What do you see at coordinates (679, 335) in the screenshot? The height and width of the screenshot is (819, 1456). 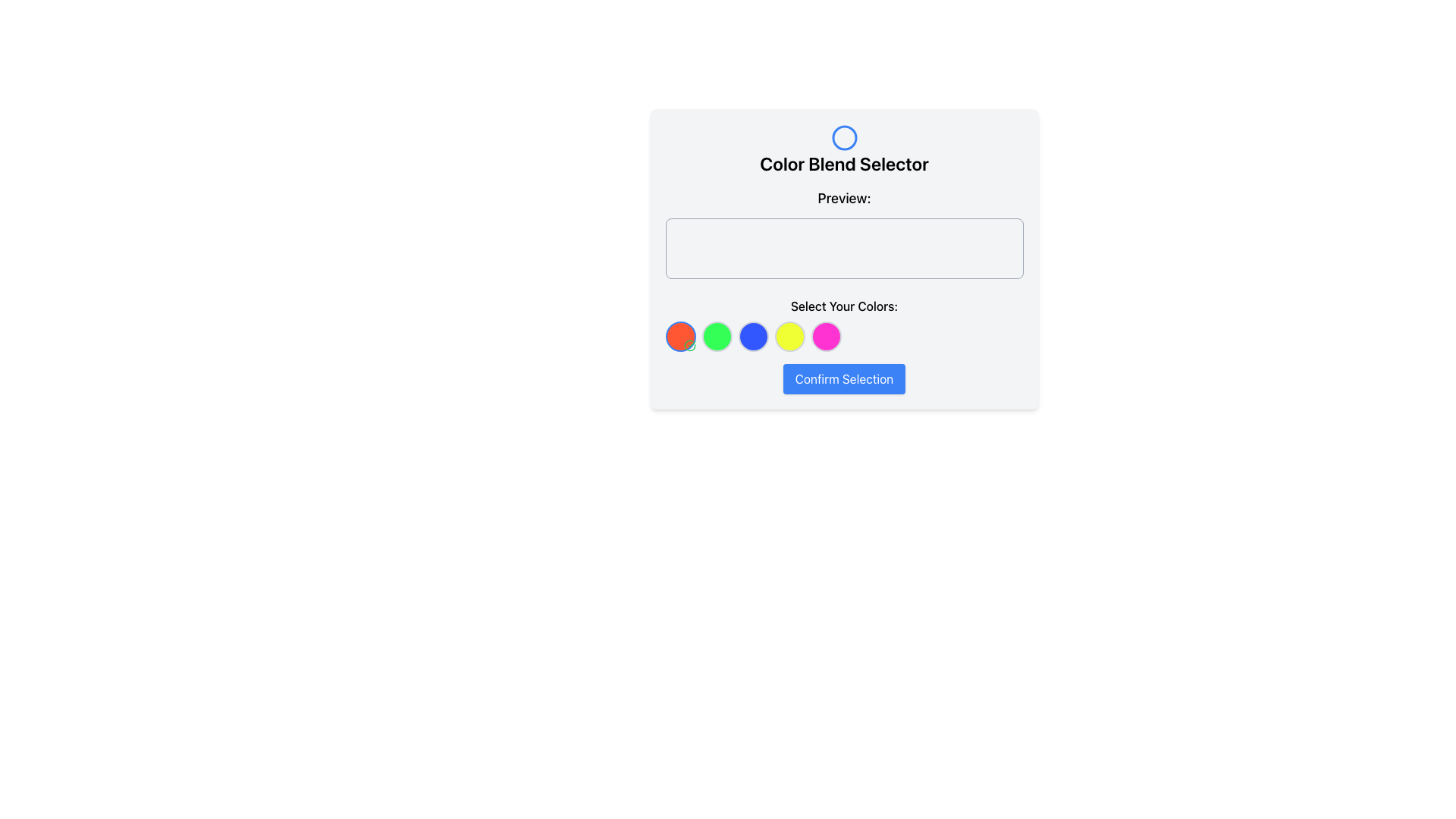 I see `the first circular color selection button for red color located at the far left of the row under the 'Select Your Colors' label` at bounding box center [679, 335].